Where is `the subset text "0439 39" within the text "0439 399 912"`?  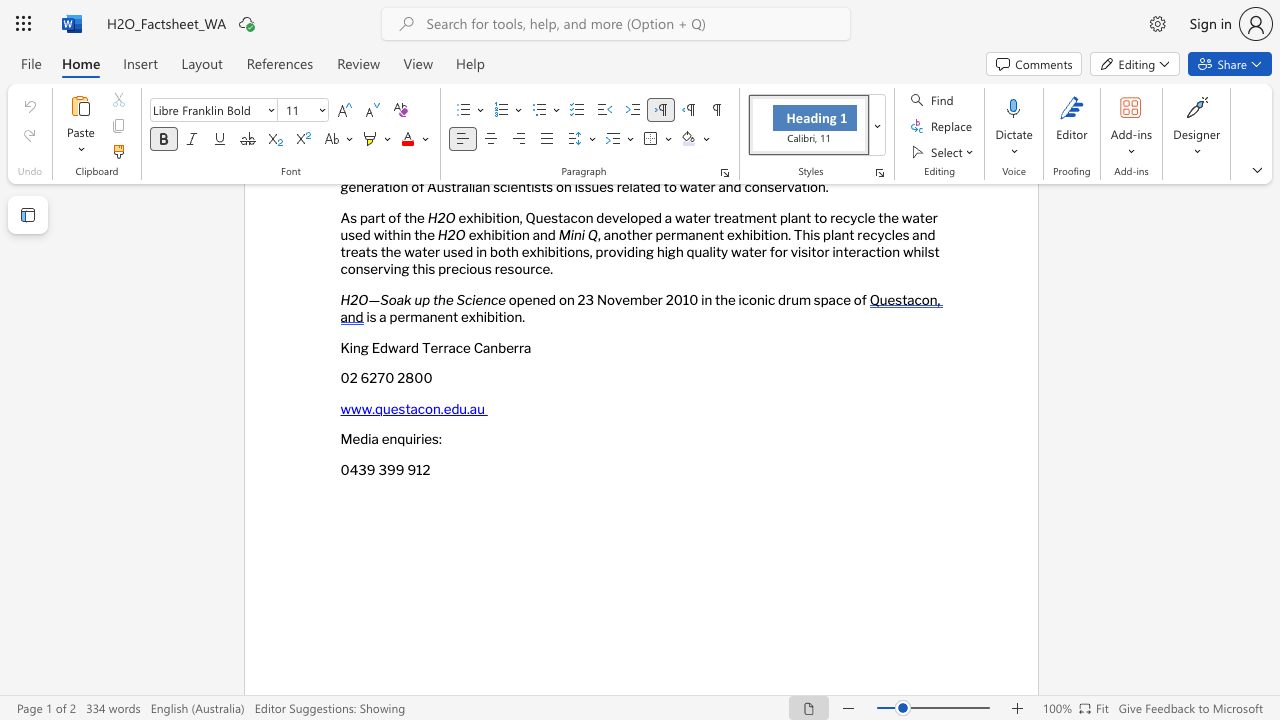
the subset text "0439 39" within the text "0439 399 912" is located at coordinates (340, 470).